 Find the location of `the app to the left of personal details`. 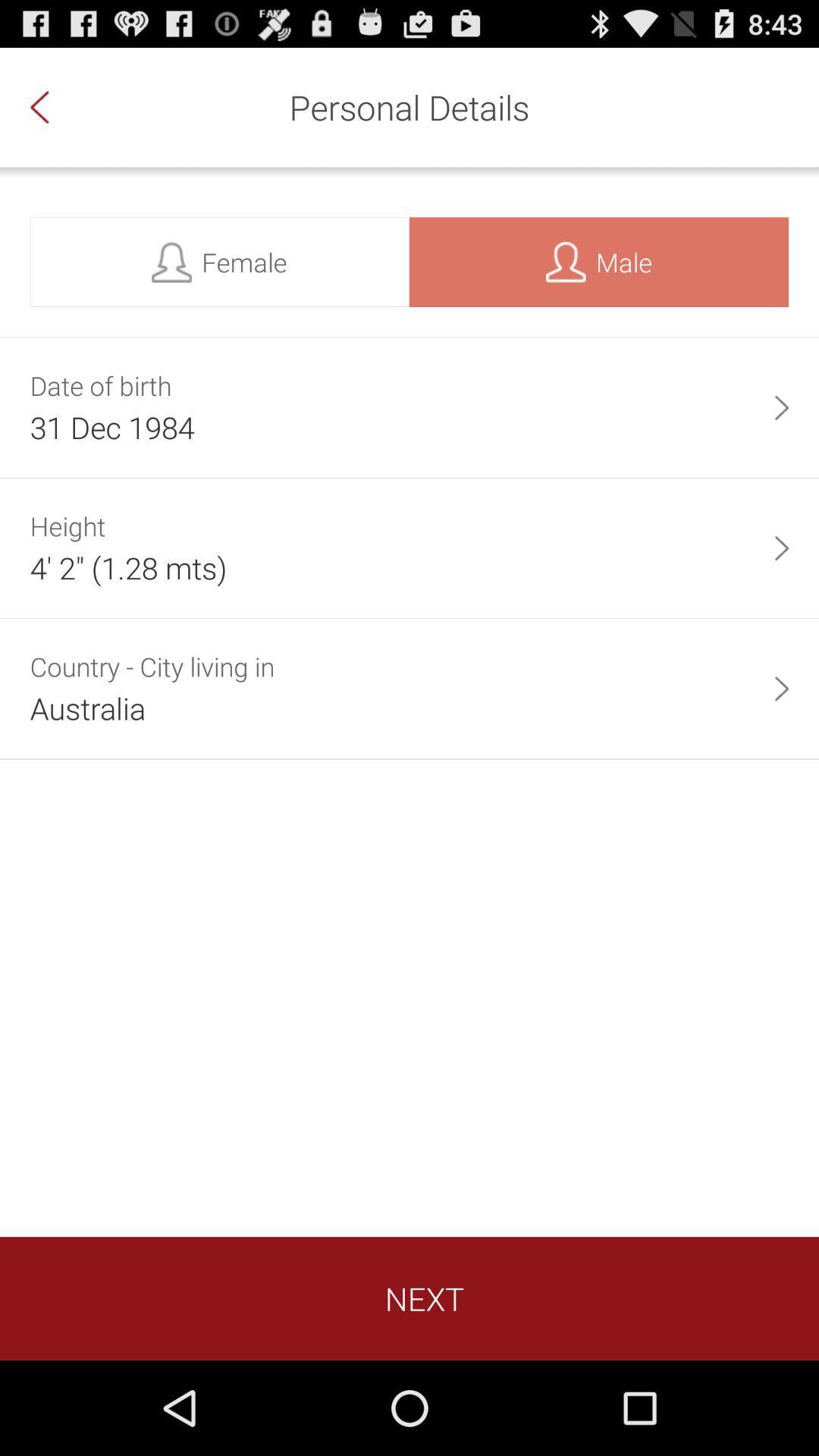

the app to the left of personal details is located at coordinates (55, 106).